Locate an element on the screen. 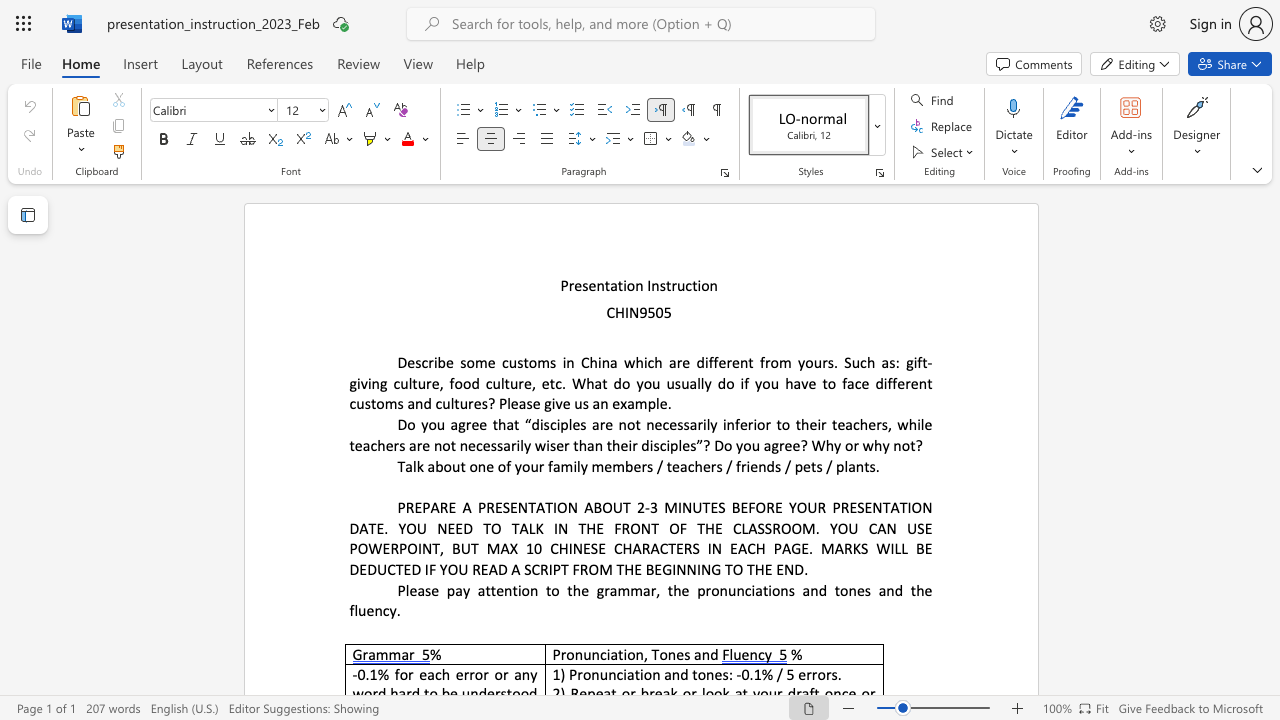 Image resolution: width=1280 pixels, height=720 pixels. the subset text "ciati" within the text "Pronunciation," is located at coordinates (599, 654).